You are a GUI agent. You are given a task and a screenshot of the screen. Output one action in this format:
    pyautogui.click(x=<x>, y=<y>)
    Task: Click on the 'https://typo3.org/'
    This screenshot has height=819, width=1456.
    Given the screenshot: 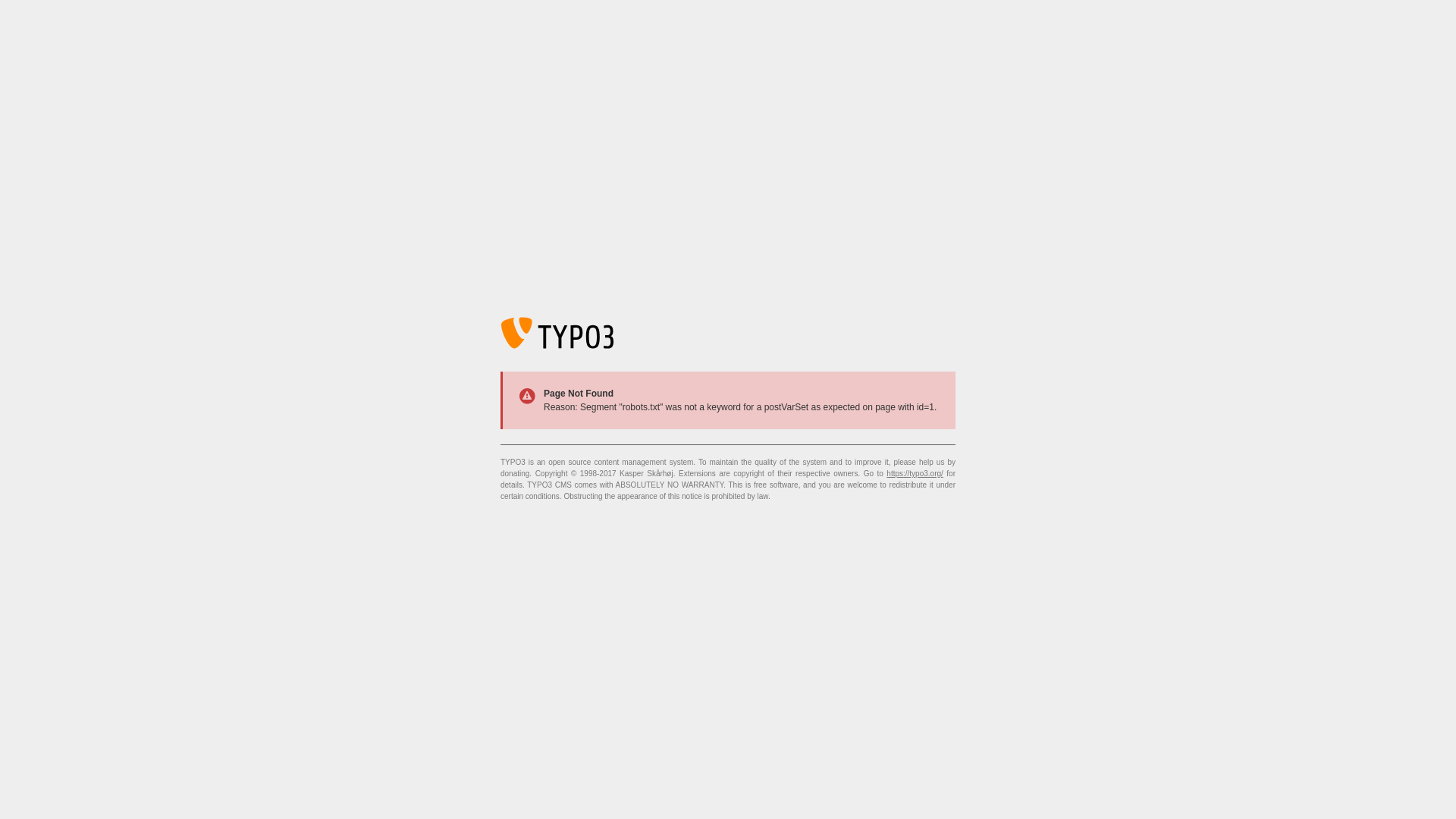 What is the action you would take?
    pyautogui.click(x=914, y=472)
    